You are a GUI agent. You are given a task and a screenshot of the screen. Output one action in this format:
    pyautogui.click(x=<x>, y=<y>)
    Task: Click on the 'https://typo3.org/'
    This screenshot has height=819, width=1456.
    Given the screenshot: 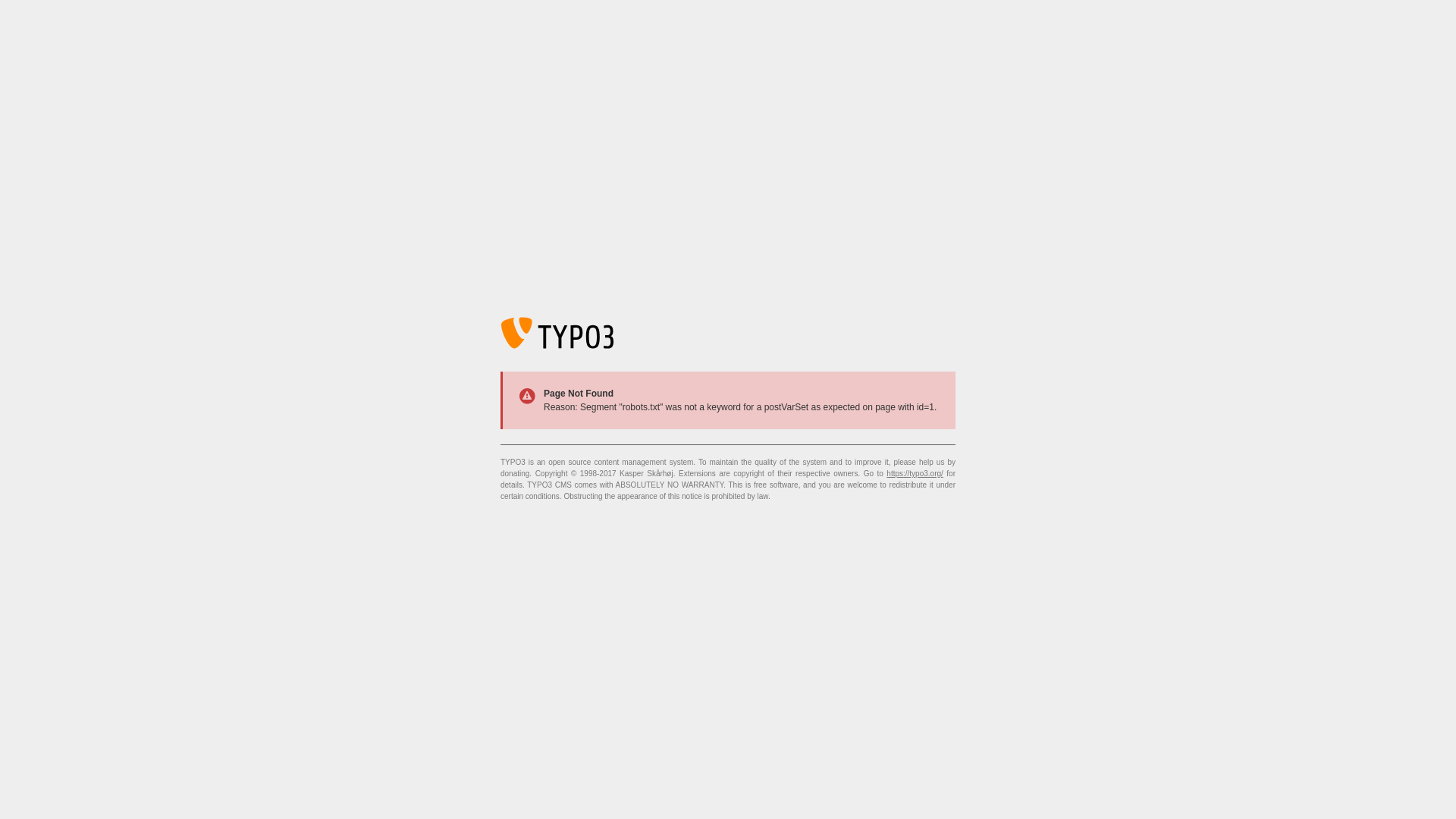 What is the action you would take?
    pyautogui.click(x=914, y=472)
    